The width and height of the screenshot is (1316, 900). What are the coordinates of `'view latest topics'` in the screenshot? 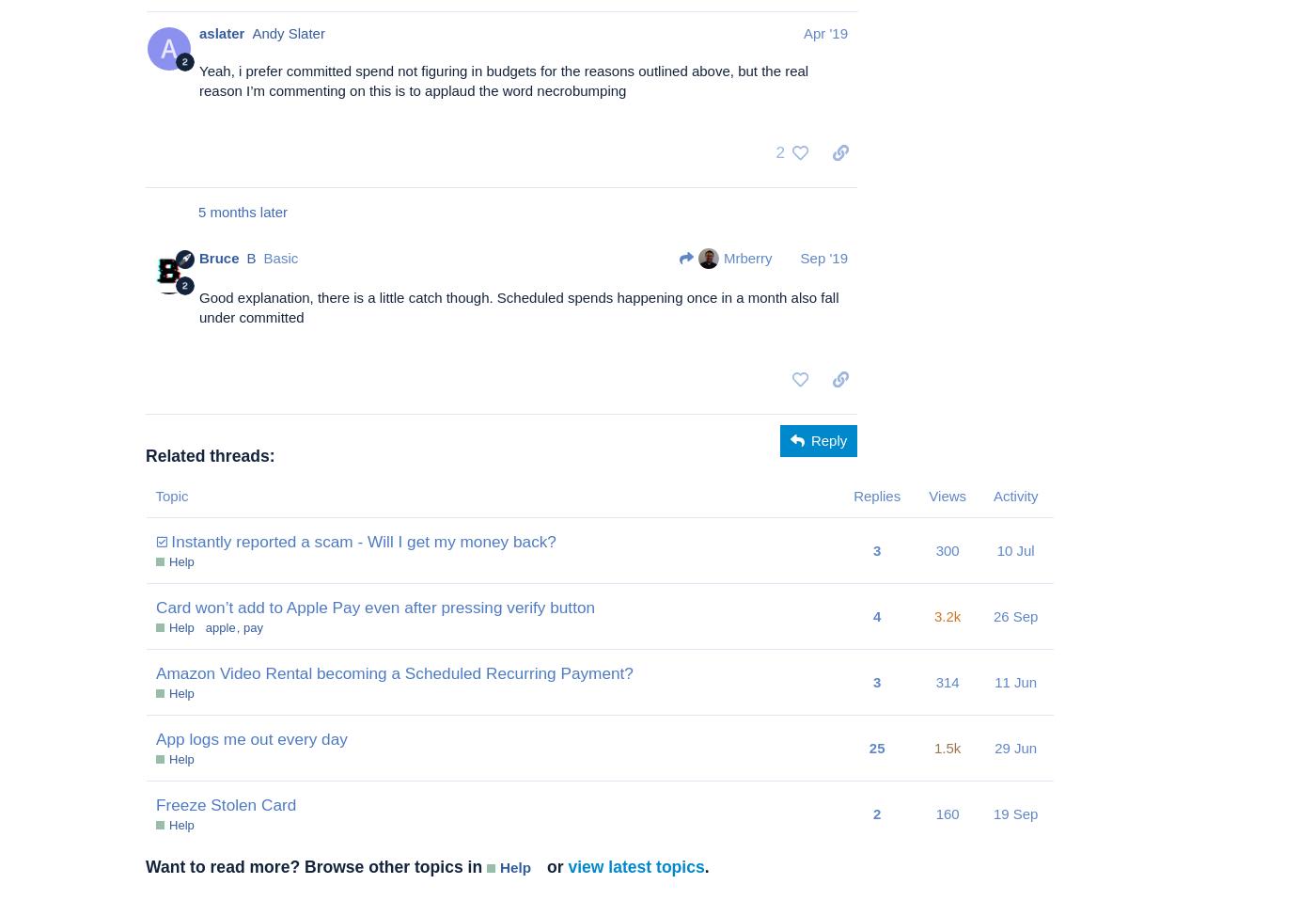 It's located at (567, 866).